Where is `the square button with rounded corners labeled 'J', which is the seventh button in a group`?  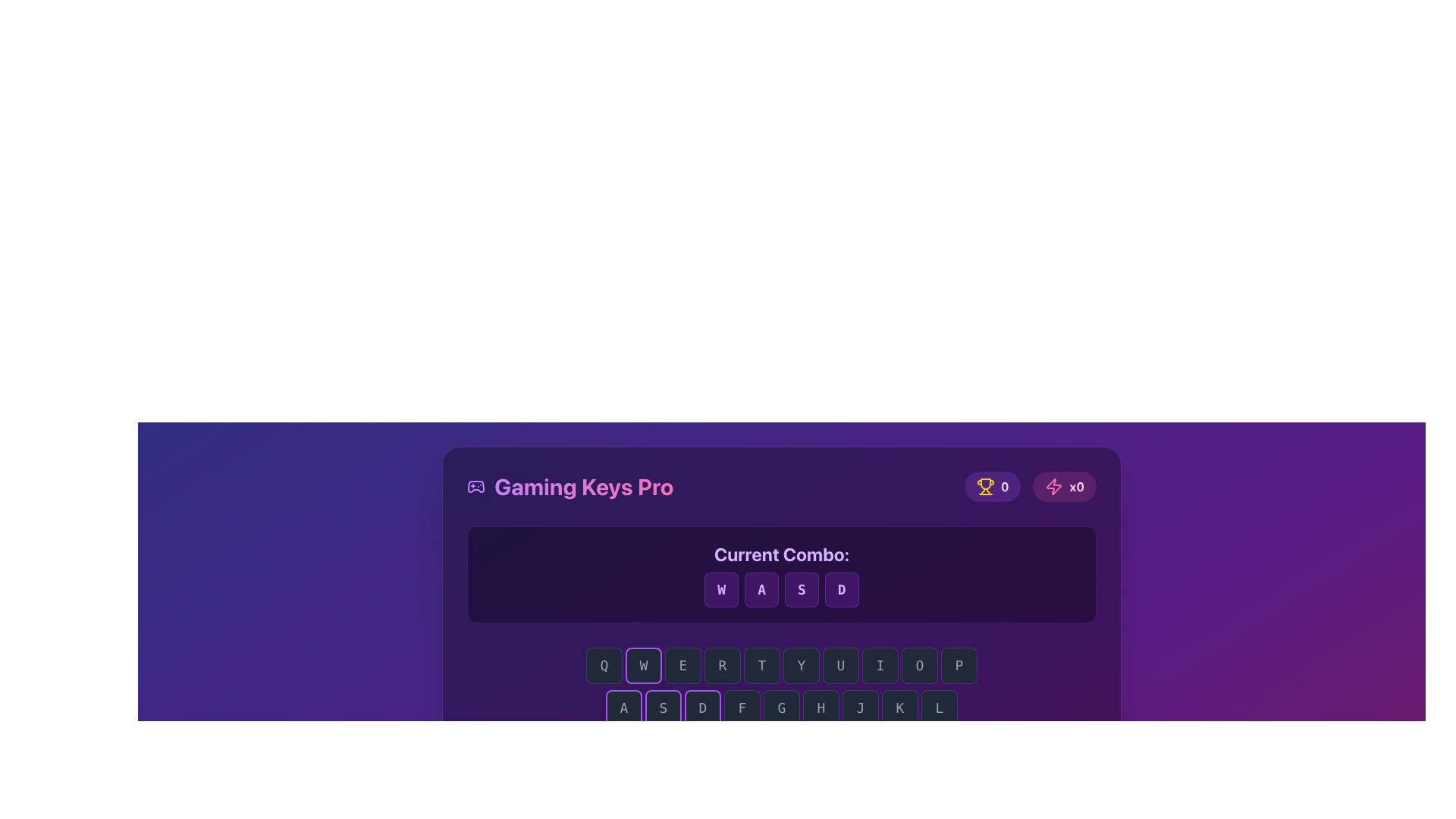
the square button with rounded corners labeled 'J', which is the seventh button in a group is located at coordinates (860, 708).